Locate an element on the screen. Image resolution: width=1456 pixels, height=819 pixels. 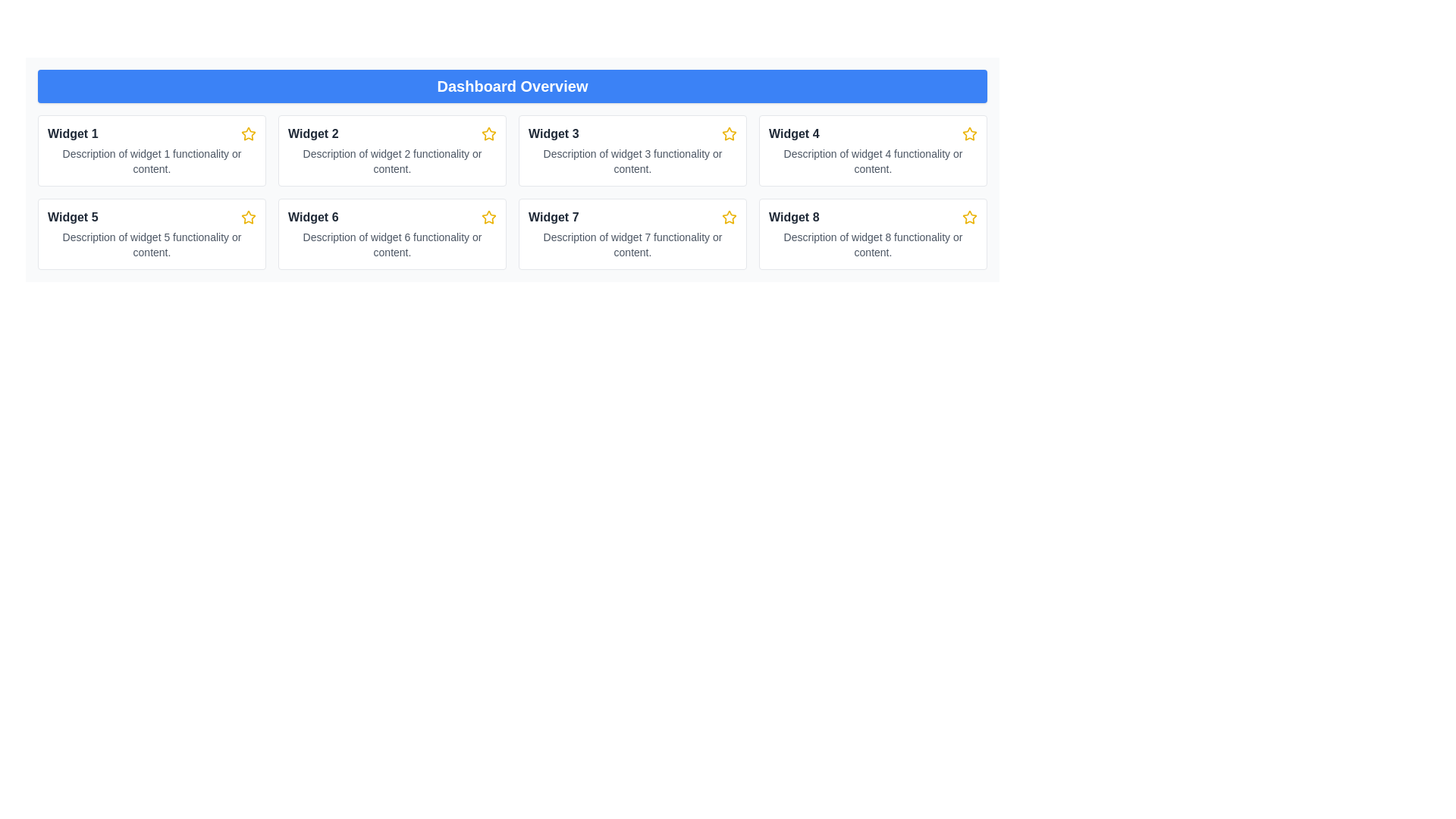
the favoriting graphic icon located on the first row, second column of the grid layout is located at coordinates (488, 133).